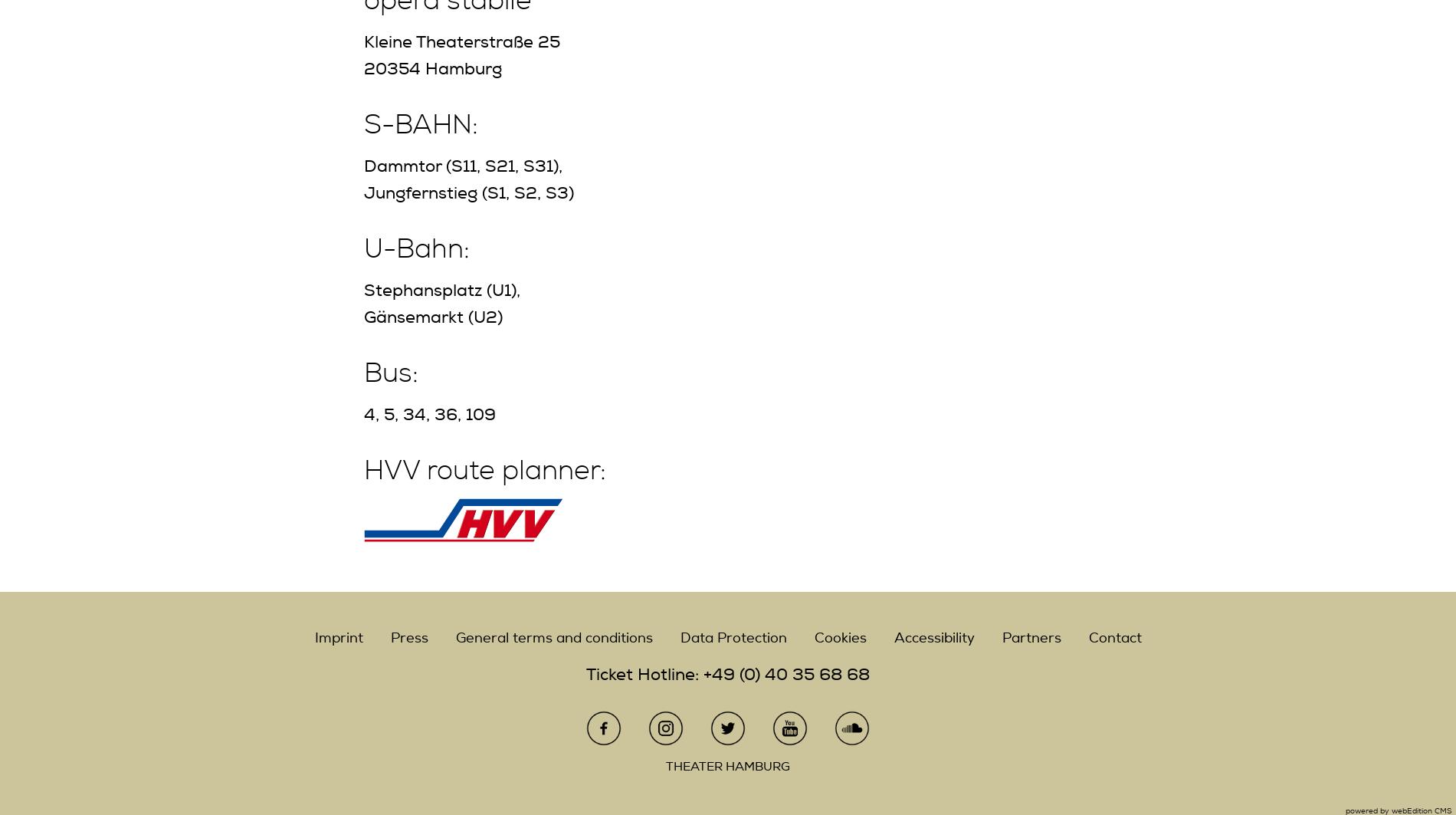 This screenshot has height=815, width=1456. Describe the element at coordinates (463, 166) in the screenshot. I see `'Dammtor (S11, S21, S31),'` at that location.